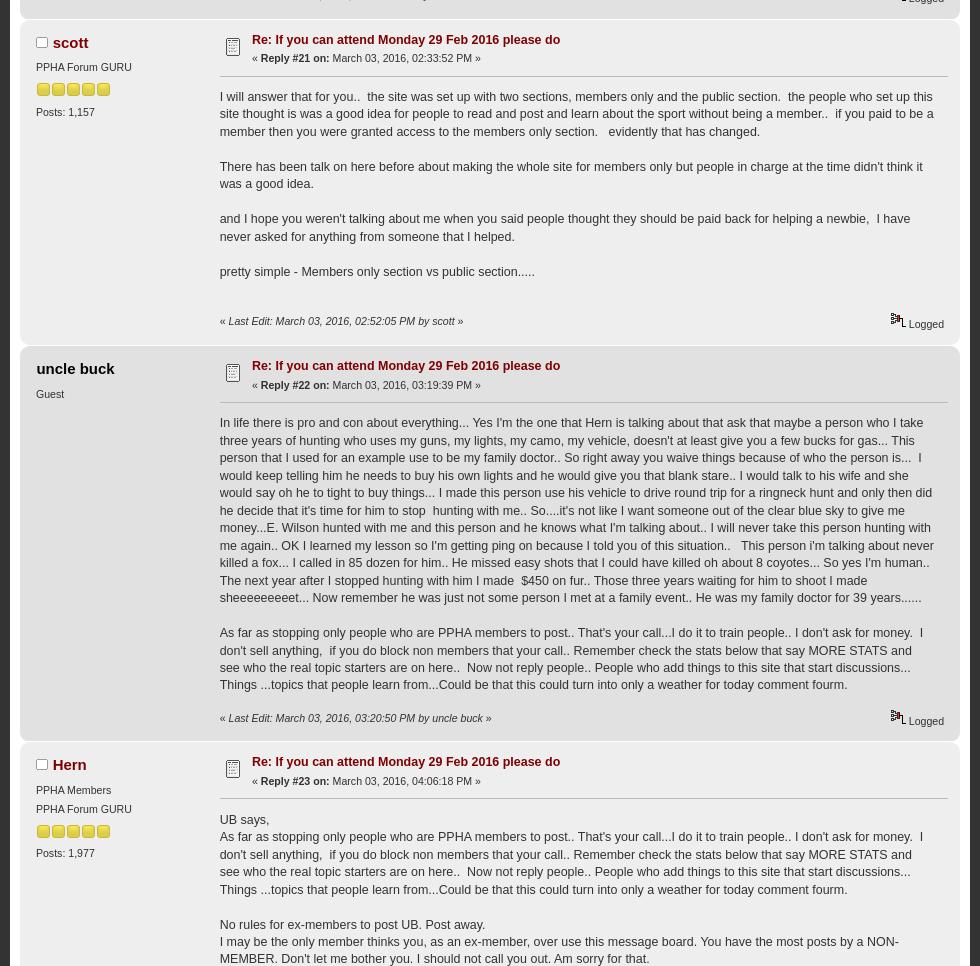  What do you see at coordinates (64, 851) in the screenshot?
I see `'Posts: 1,977'` at bounding box center [64, 851].